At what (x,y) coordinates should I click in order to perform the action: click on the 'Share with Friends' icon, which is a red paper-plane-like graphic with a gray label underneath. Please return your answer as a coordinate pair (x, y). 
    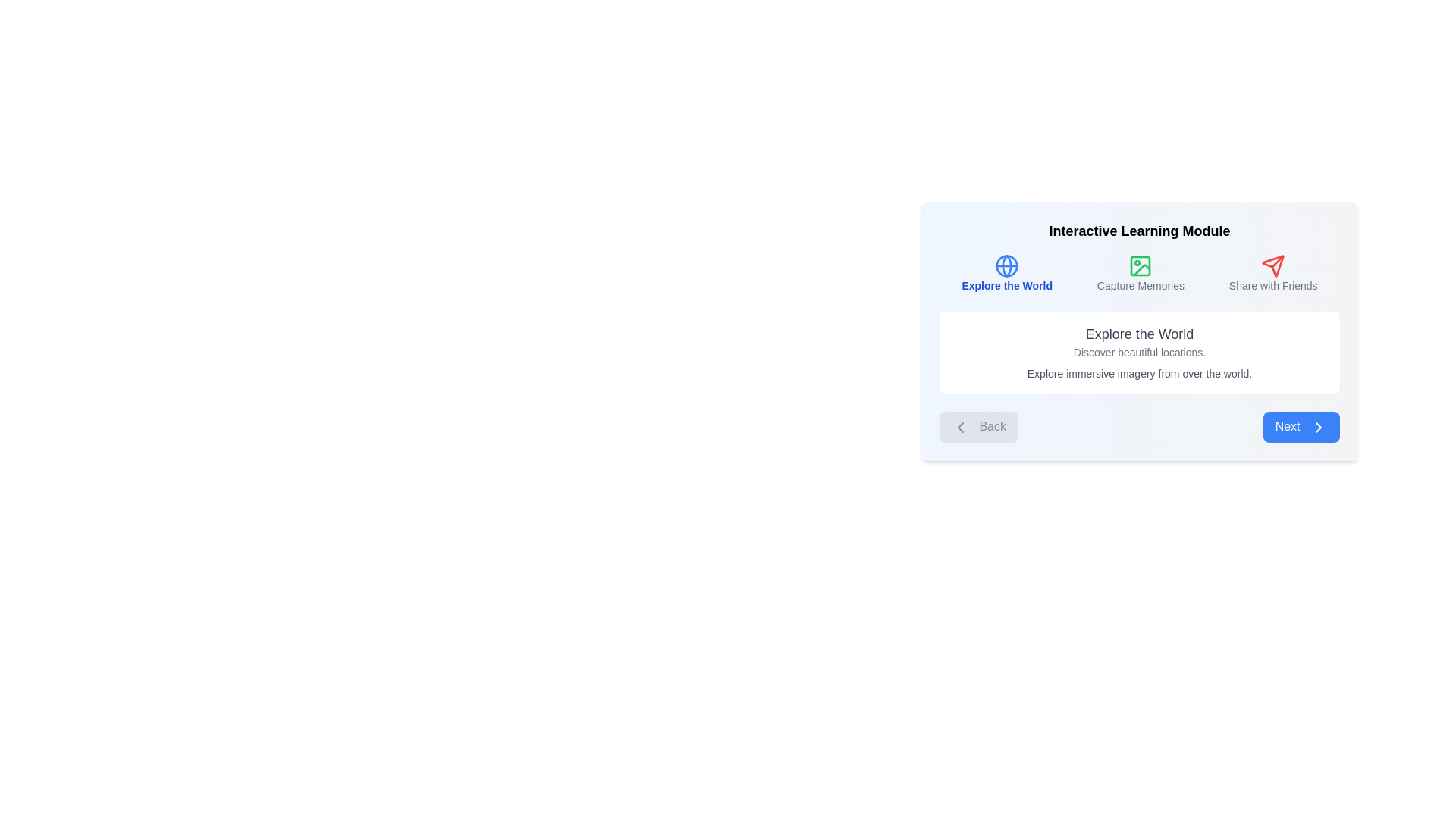
    Looking at the image, I should click on (1273, 274).